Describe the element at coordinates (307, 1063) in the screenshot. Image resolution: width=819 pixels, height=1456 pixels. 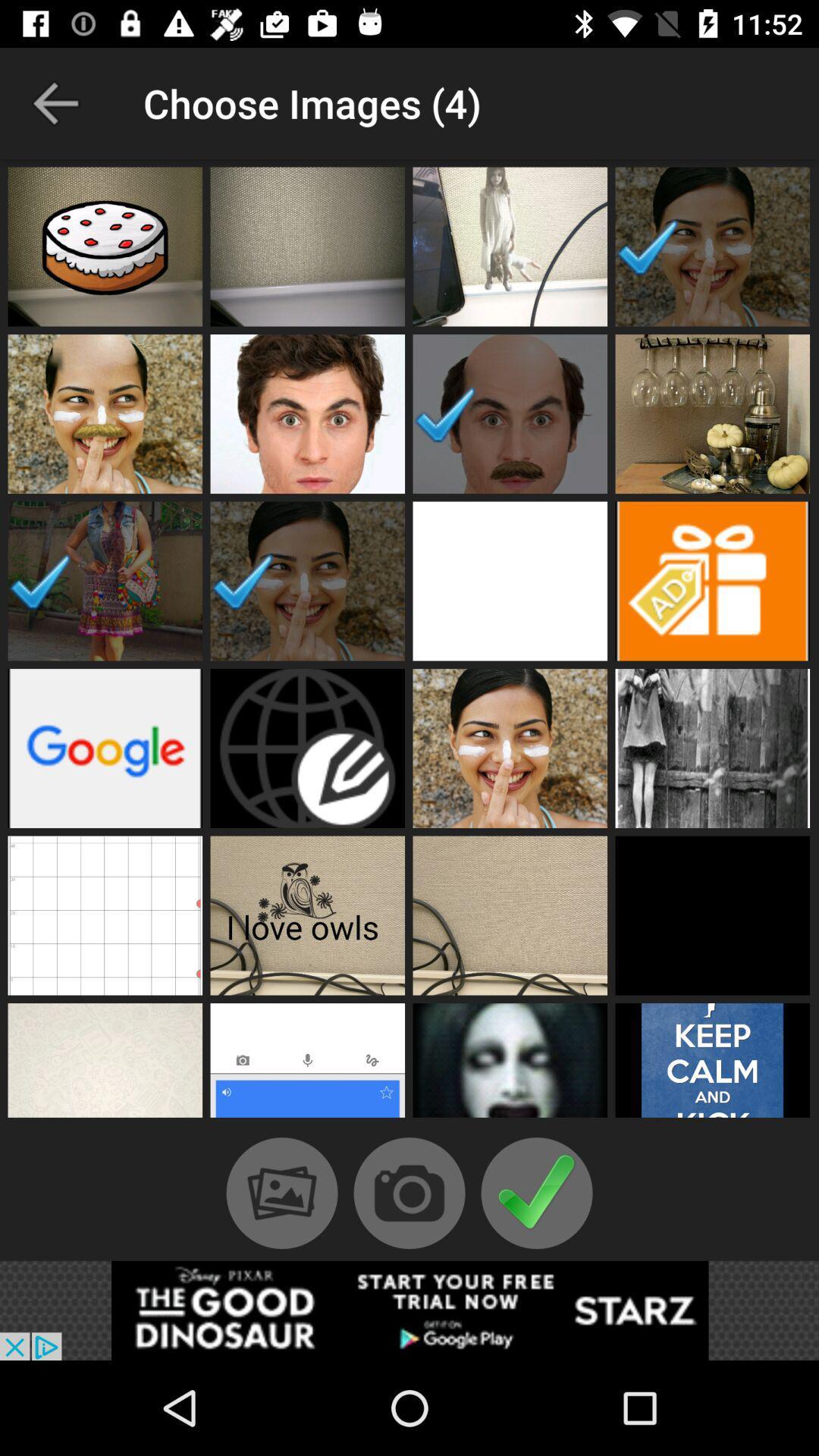
I see `click on picture` at that location.